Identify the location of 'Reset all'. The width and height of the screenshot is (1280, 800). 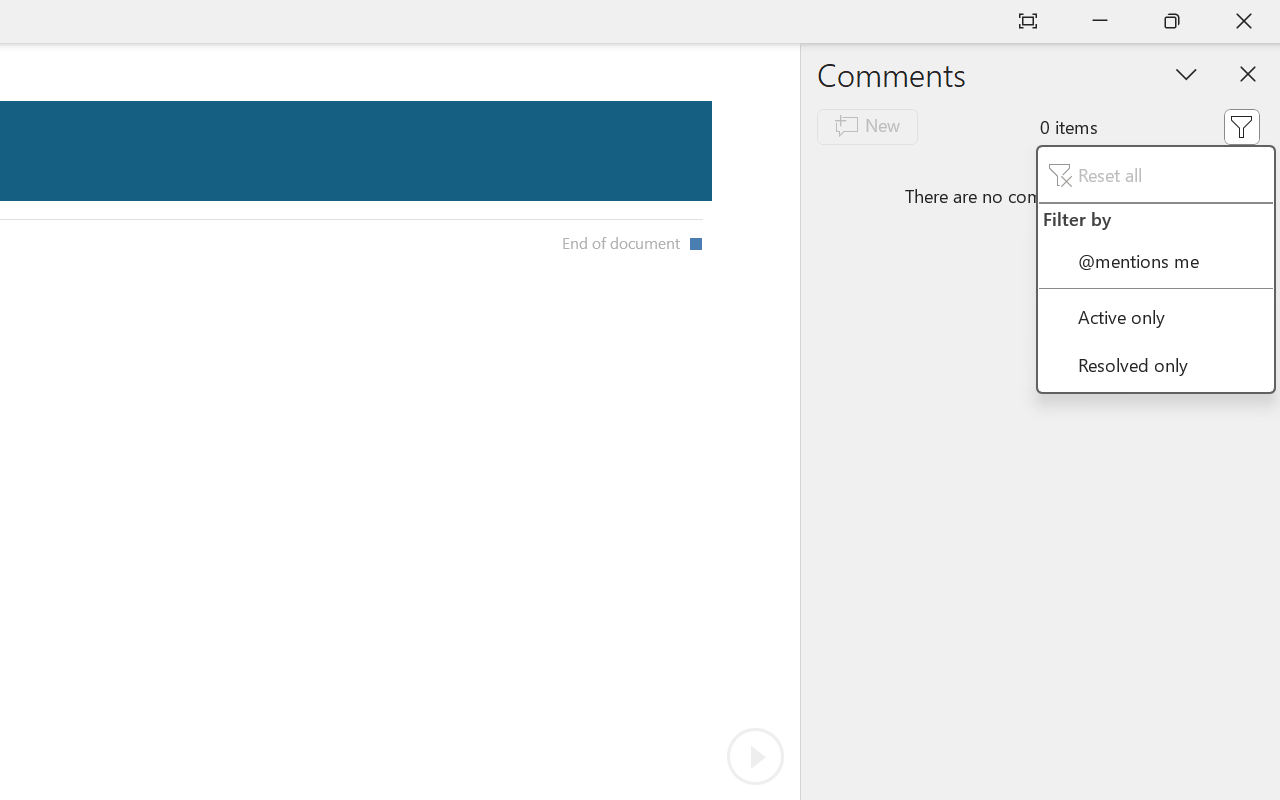
(1155, 174).